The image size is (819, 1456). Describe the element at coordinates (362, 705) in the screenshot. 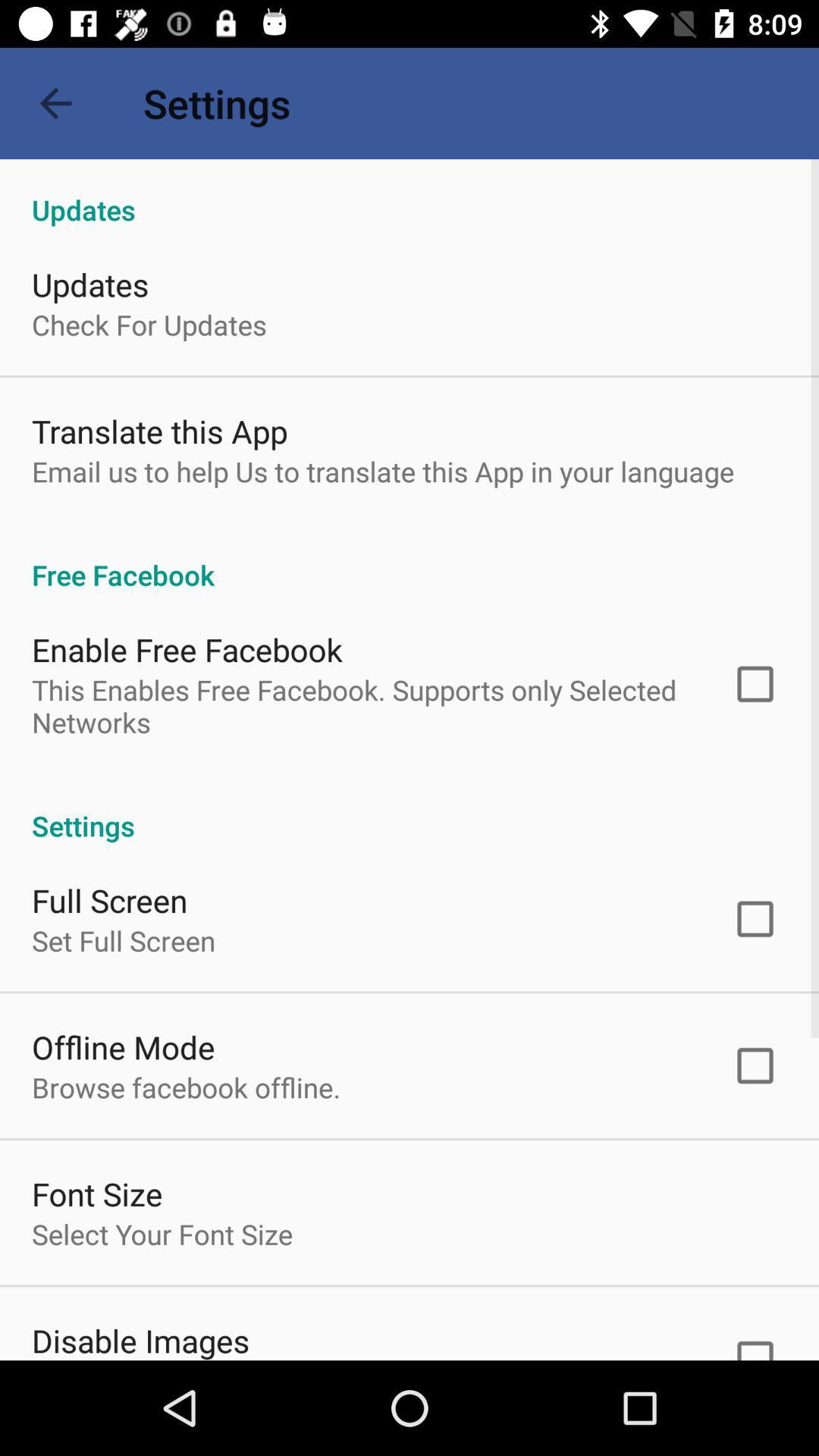

I see `app above the settings icon` at that location.